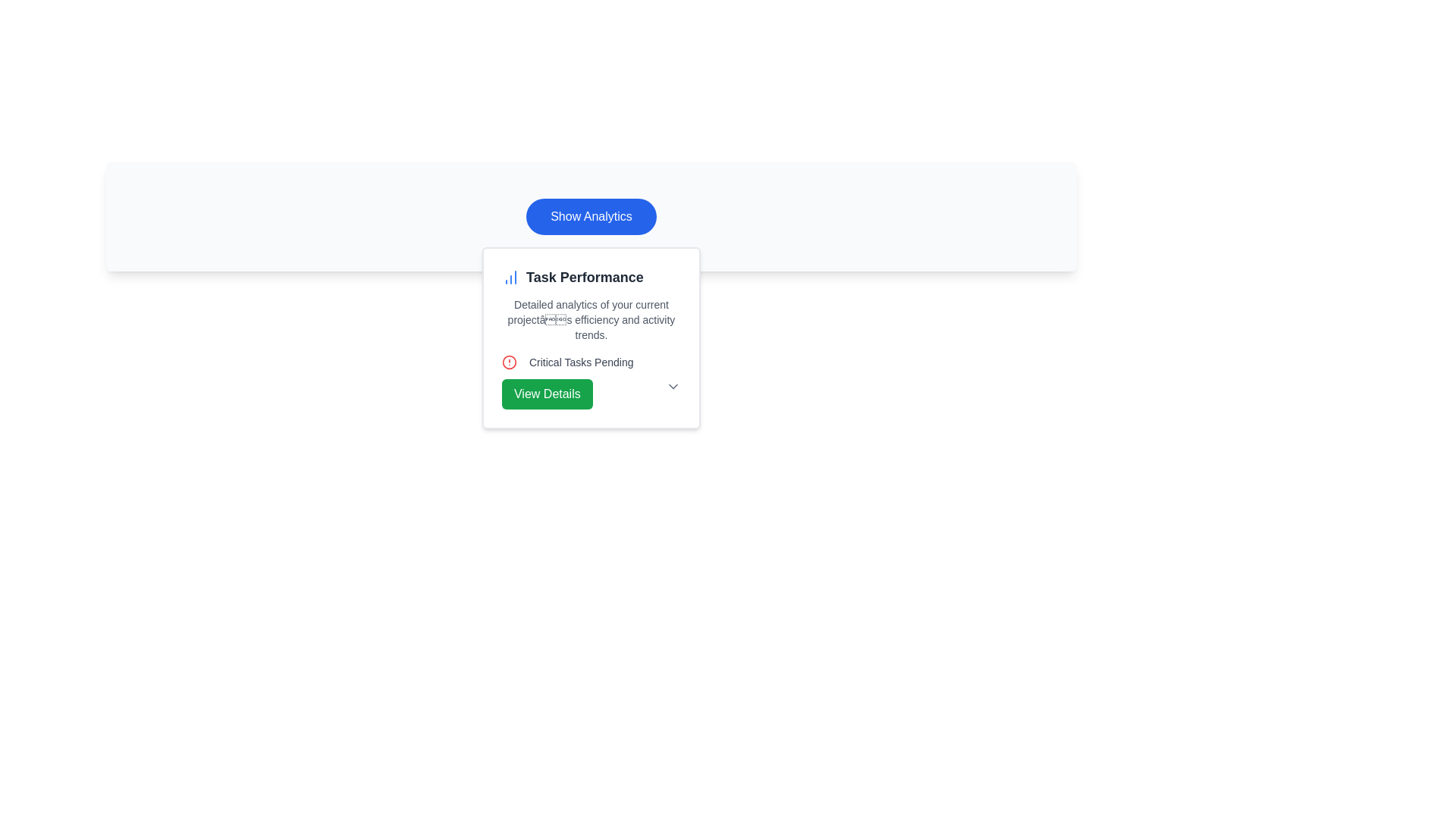 The width and height of the screenshot is (1456, 819). I want to click on text content of the Text Display that shows 'Detailed analytics of your current project’s efficiency and activity trends.' located under the heading 'Task Performance.', so click(590, 318).